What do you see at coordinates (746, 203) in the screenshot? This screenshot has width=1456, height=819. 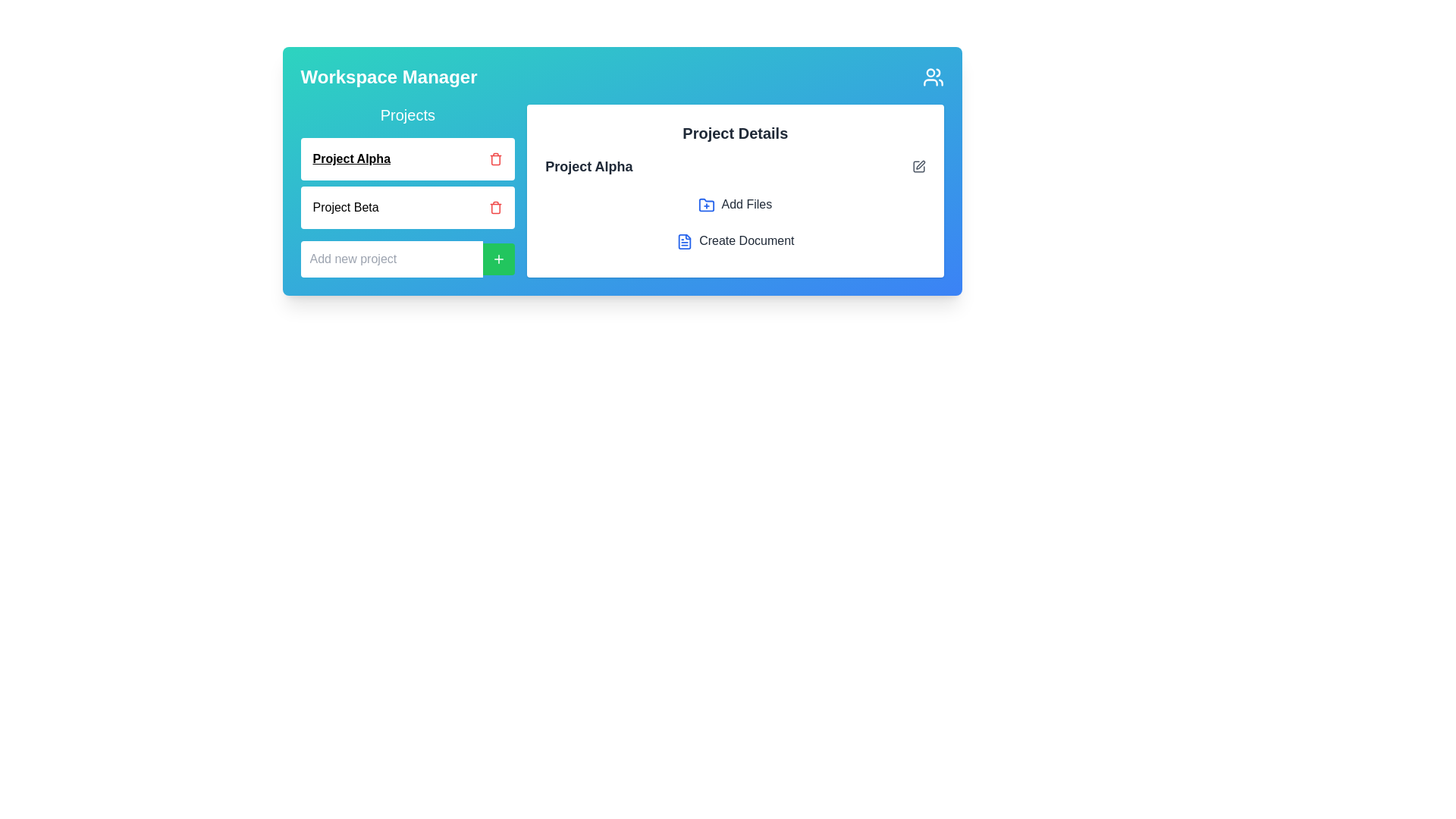 I see `the 'Add Files' text label in the 'Project Details' section, which is positioned to the right of a folder icon` at bounding box center [746, 203].